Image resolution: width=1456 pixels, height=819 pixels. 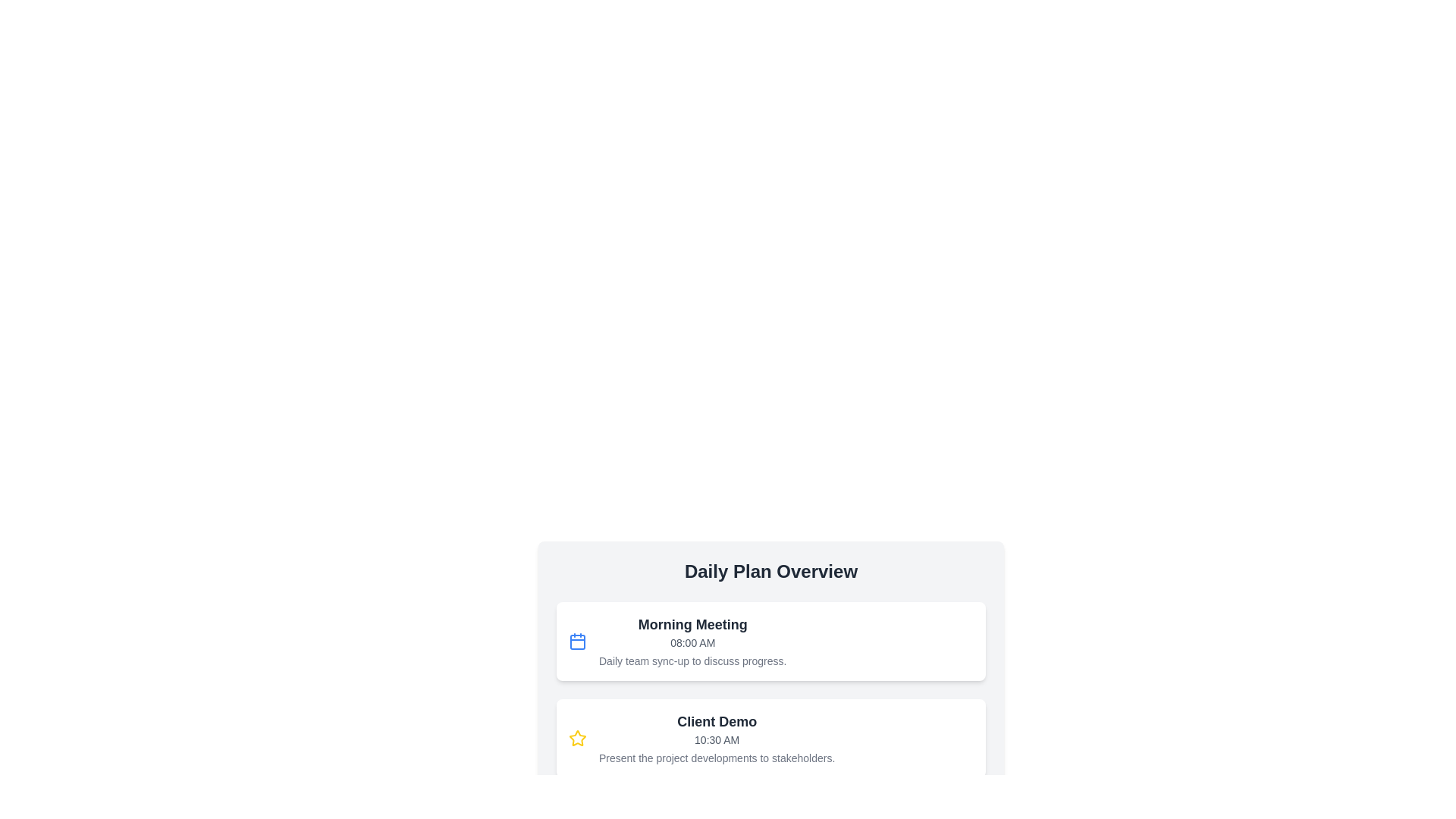 What do you see at coordinates (577, 737) in the screenshot?
I see `the star-shaped icon to highlight or favorite the 'Client Demo' appointment in the 'Daily Plan Overview' section` at bounding box center [577, 737].